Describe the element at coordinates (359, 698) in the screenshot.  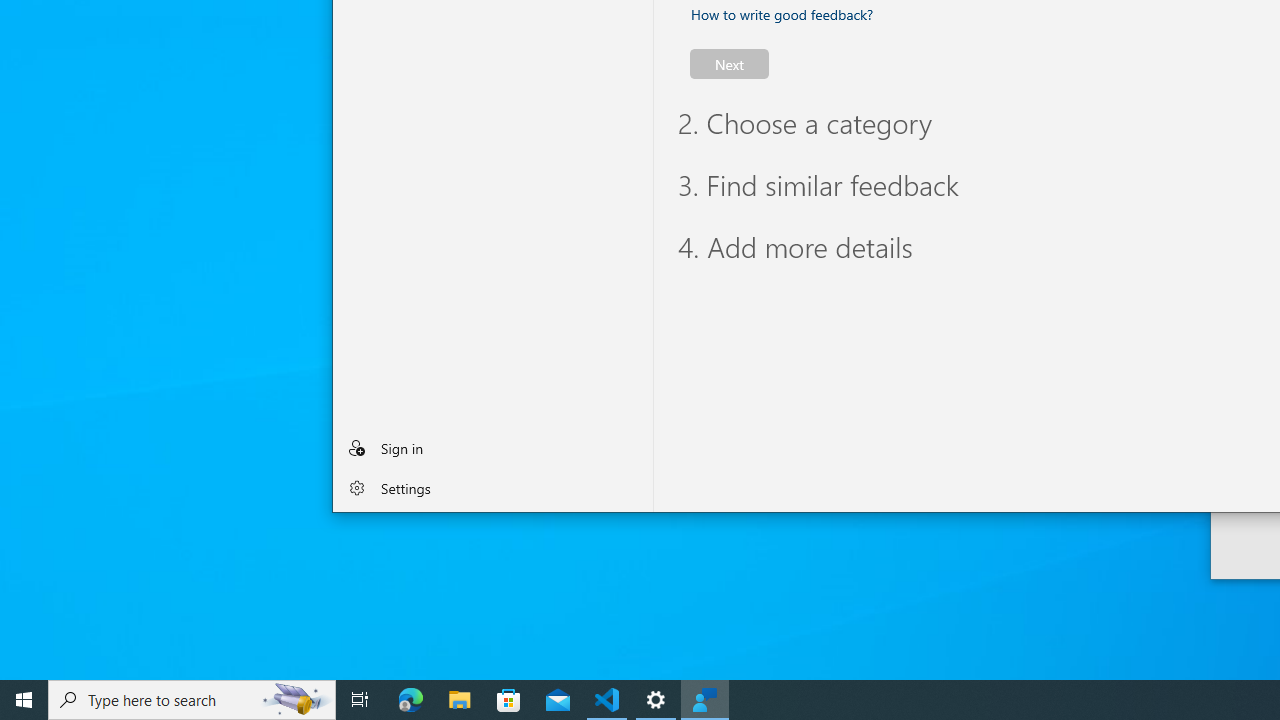
I see `'Task View'` at that location.